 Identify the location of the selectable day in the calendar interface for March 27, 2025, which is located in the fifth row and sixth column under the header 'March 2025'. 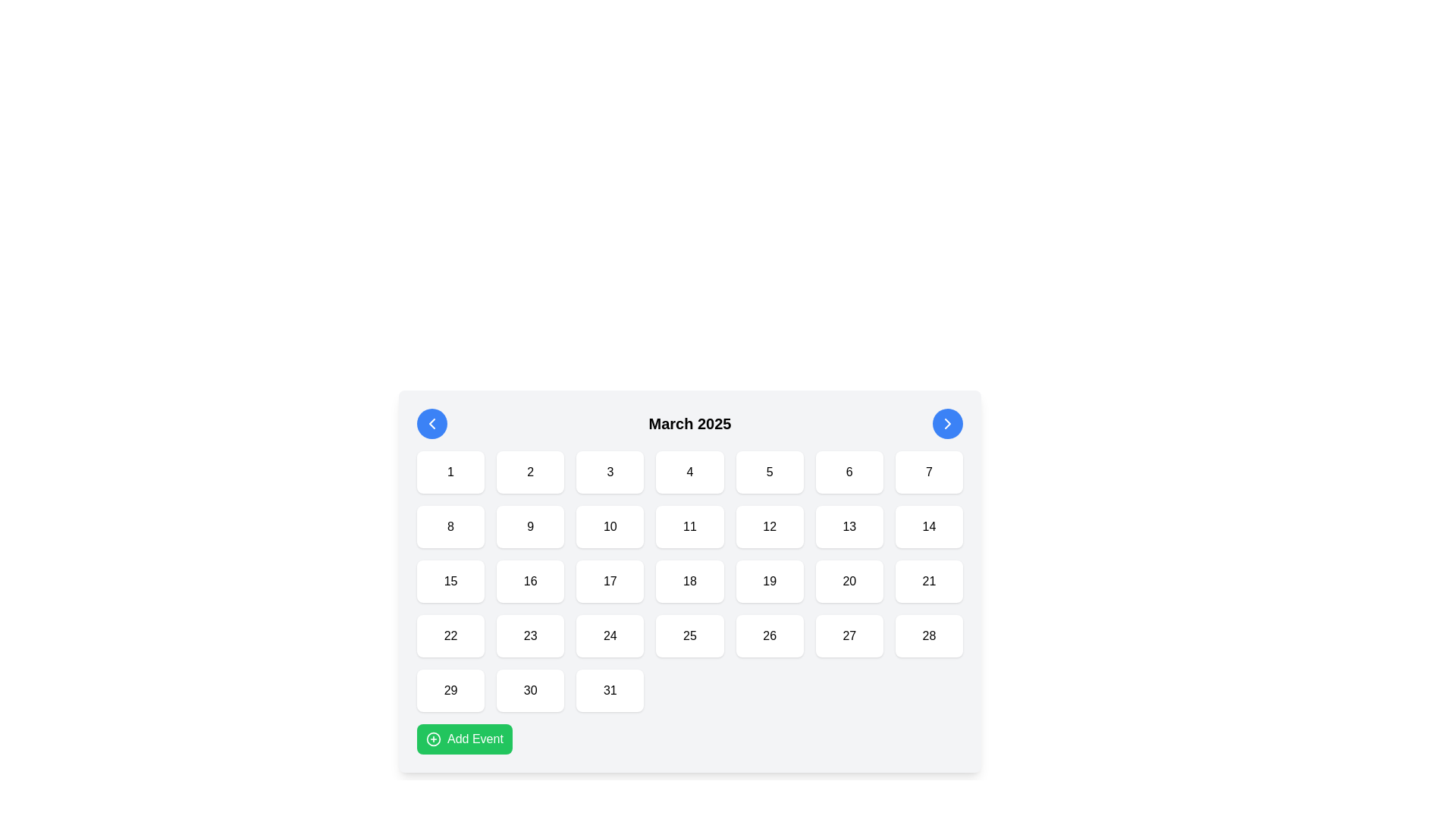
(849, 636).